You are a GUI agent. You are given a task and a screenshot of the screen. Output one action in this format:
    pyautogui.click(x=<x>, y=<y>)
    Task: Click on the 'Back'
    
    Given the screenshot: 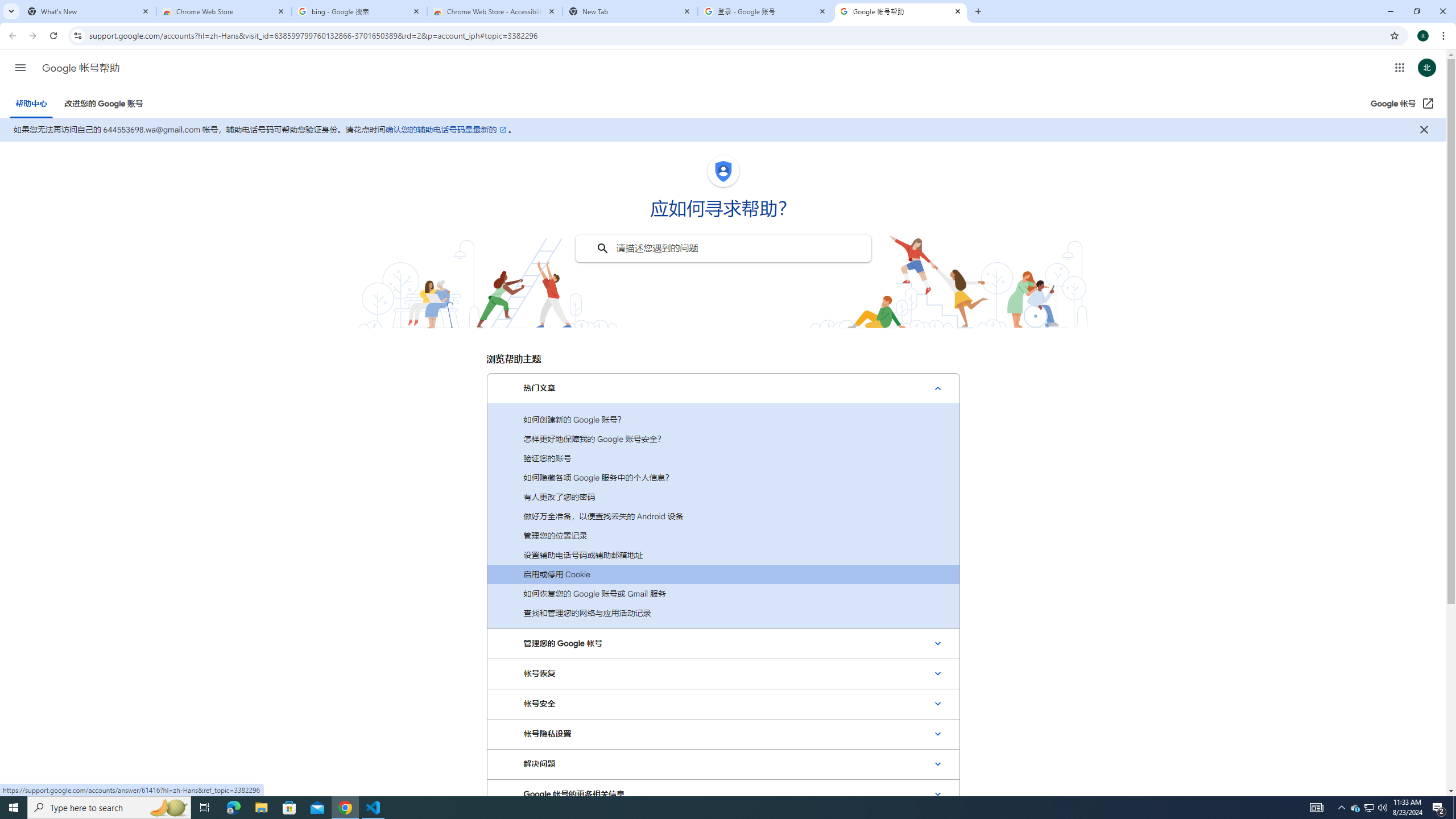 What is the action you would take?
    pyautogui.click(x=11, y=35)
    